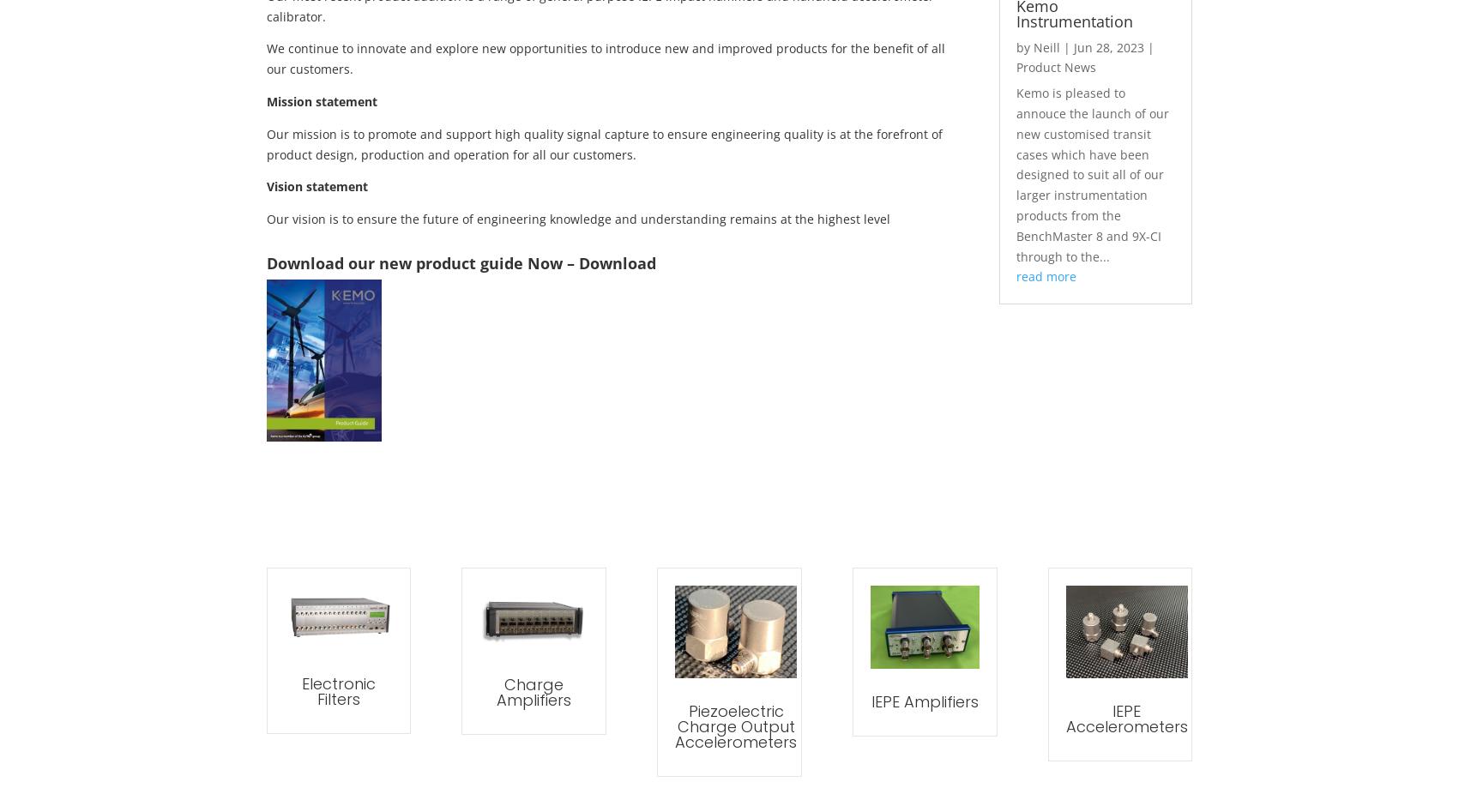 The height and width of the screenshot is (812, 1459). I want to click on 'Electronic Filters', so click(336, 691).